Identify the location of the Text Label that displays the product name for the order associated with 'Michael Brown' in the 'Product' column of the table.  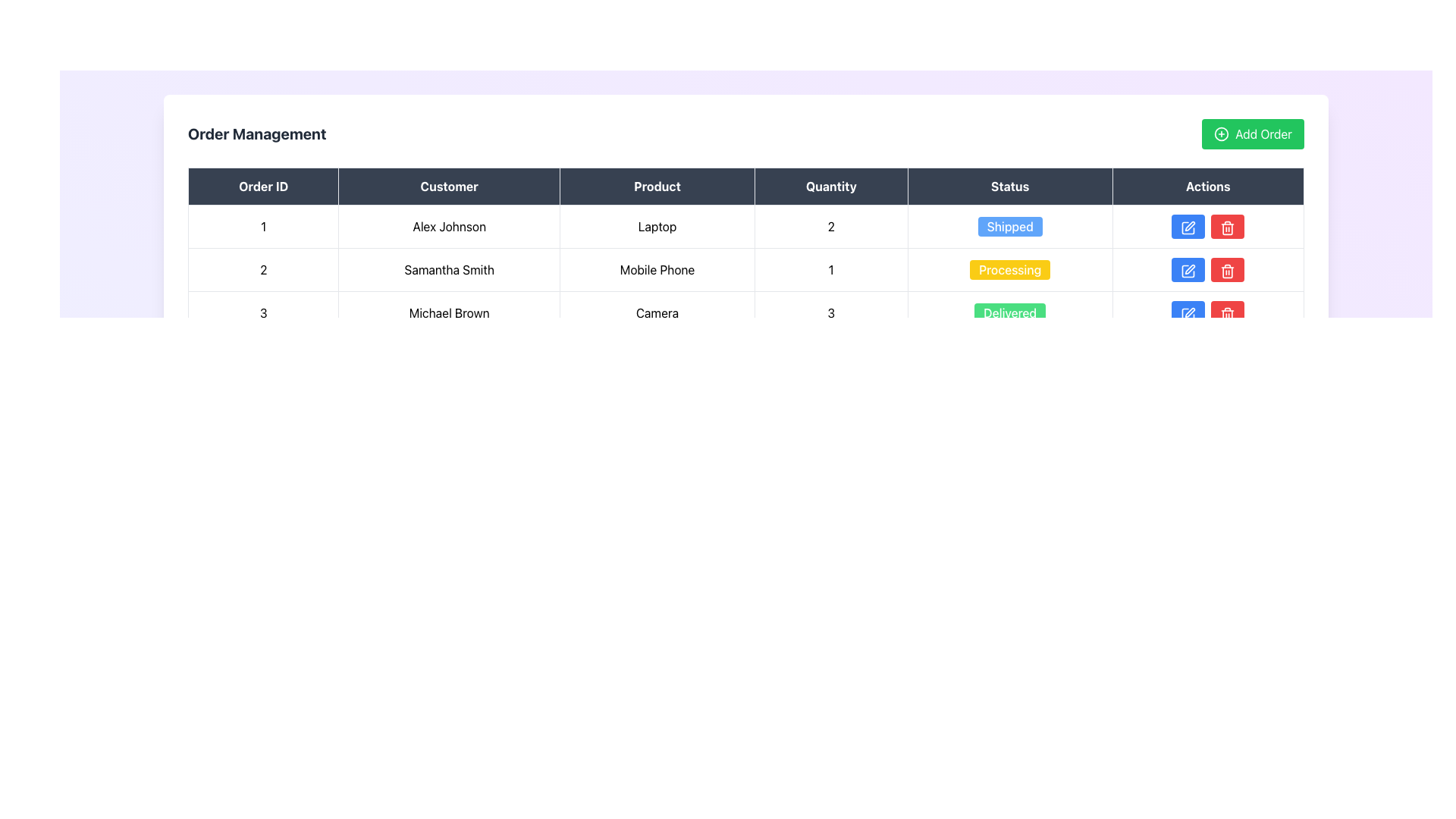
(657, 312).